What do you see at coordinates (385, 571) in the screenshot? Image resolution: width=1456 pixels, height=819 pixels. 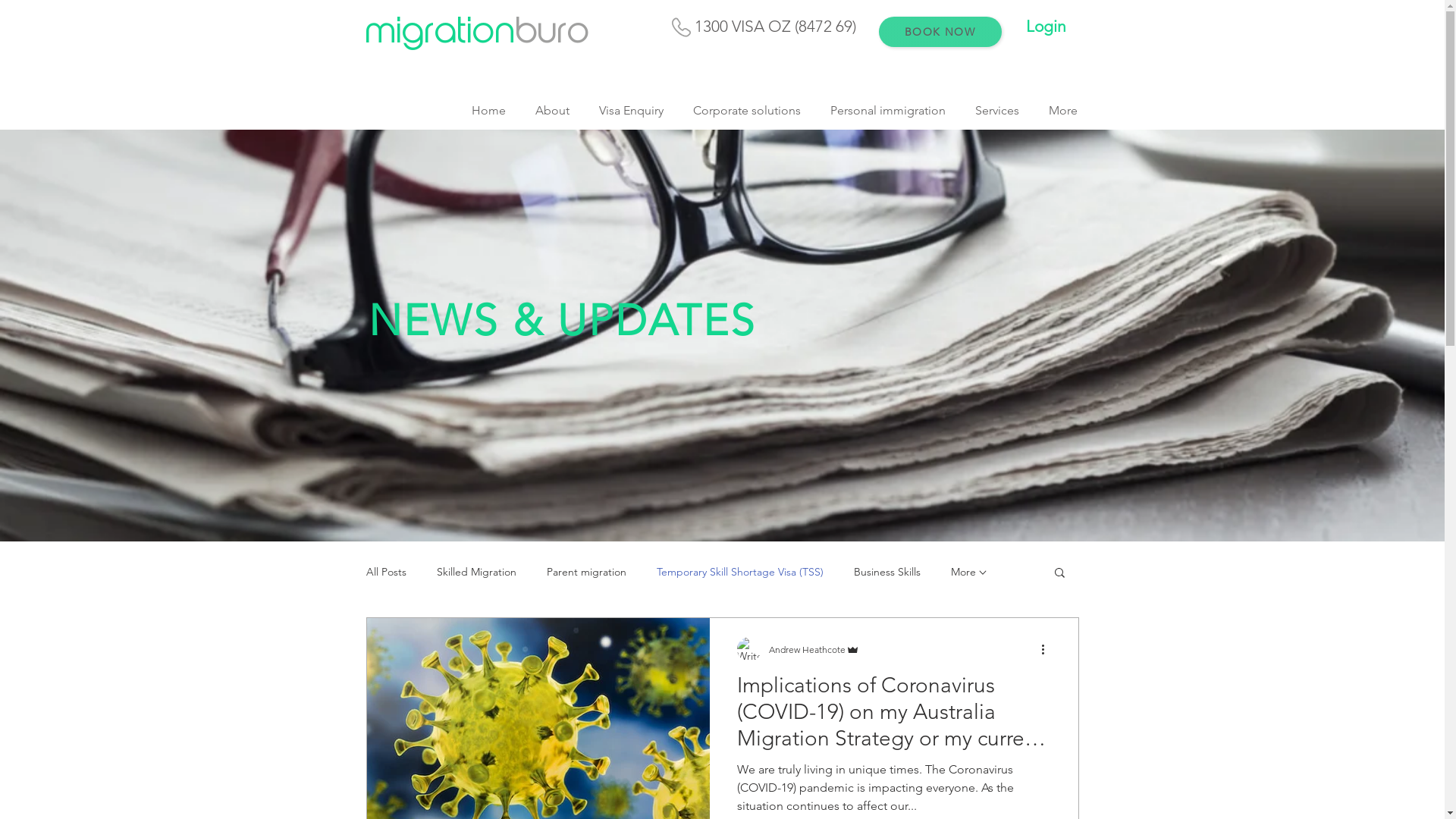 I see `'All Posts'` at bounding box center [385, 571].